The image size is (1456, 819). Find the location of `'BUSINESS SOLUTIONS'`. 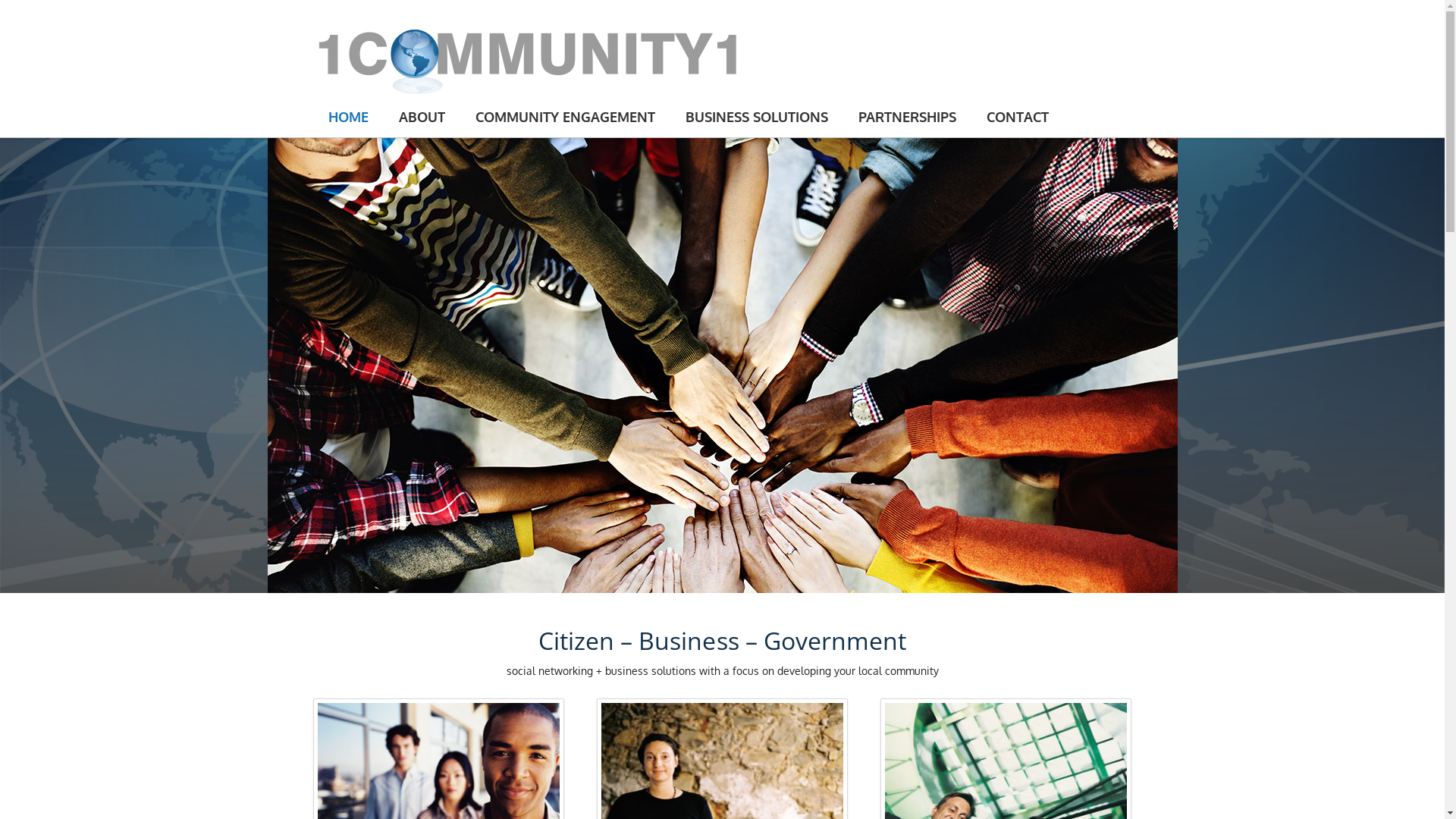

'BUSINESS SOLUTIONS' is located at coordinates (669, 116).